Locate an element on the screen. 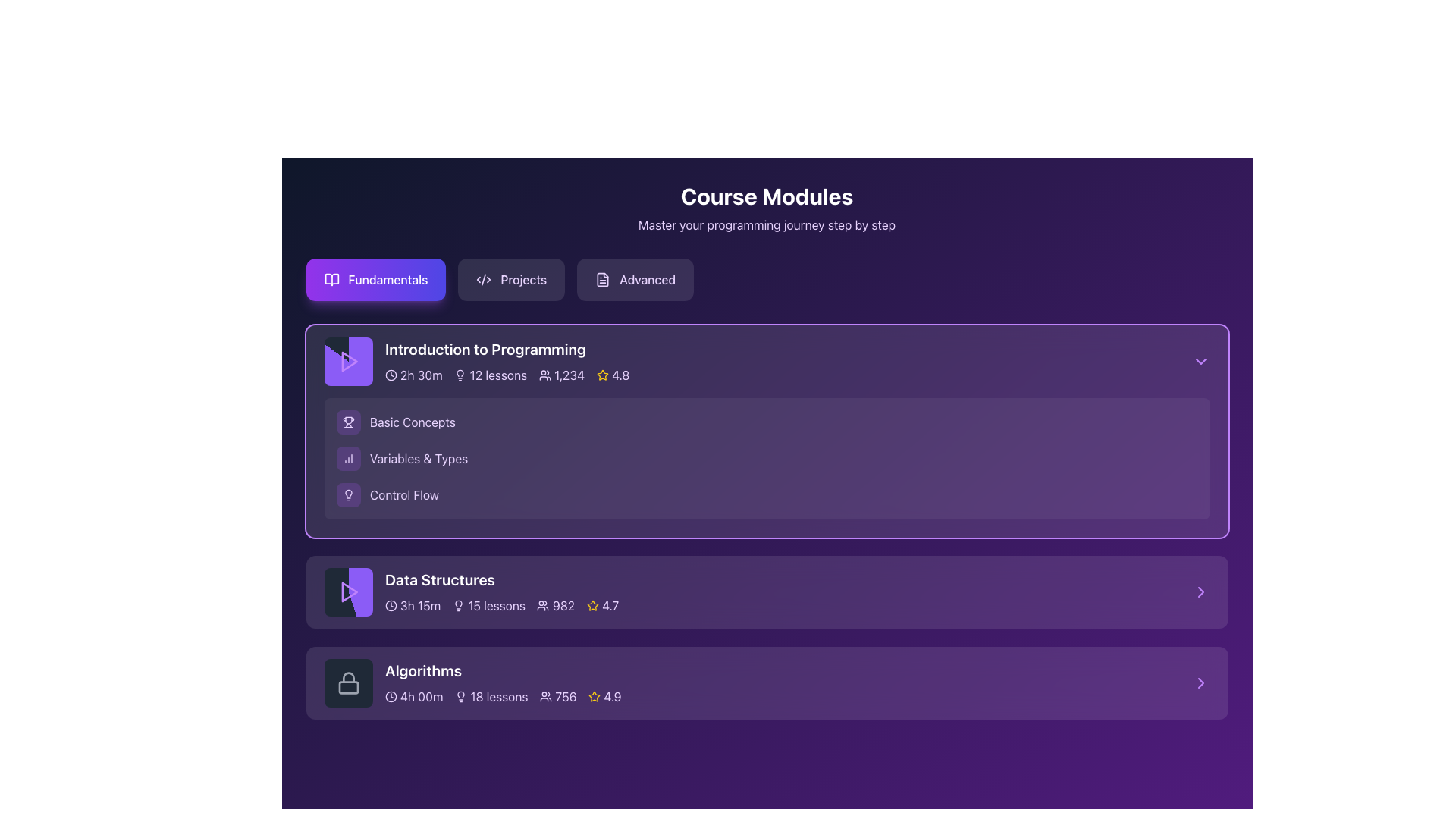 The height and width of the screenshot is (819, 1456). the third information display group that shows the number of participants for the 'Introduction to Programming' course is located at coordinates (560, 375).